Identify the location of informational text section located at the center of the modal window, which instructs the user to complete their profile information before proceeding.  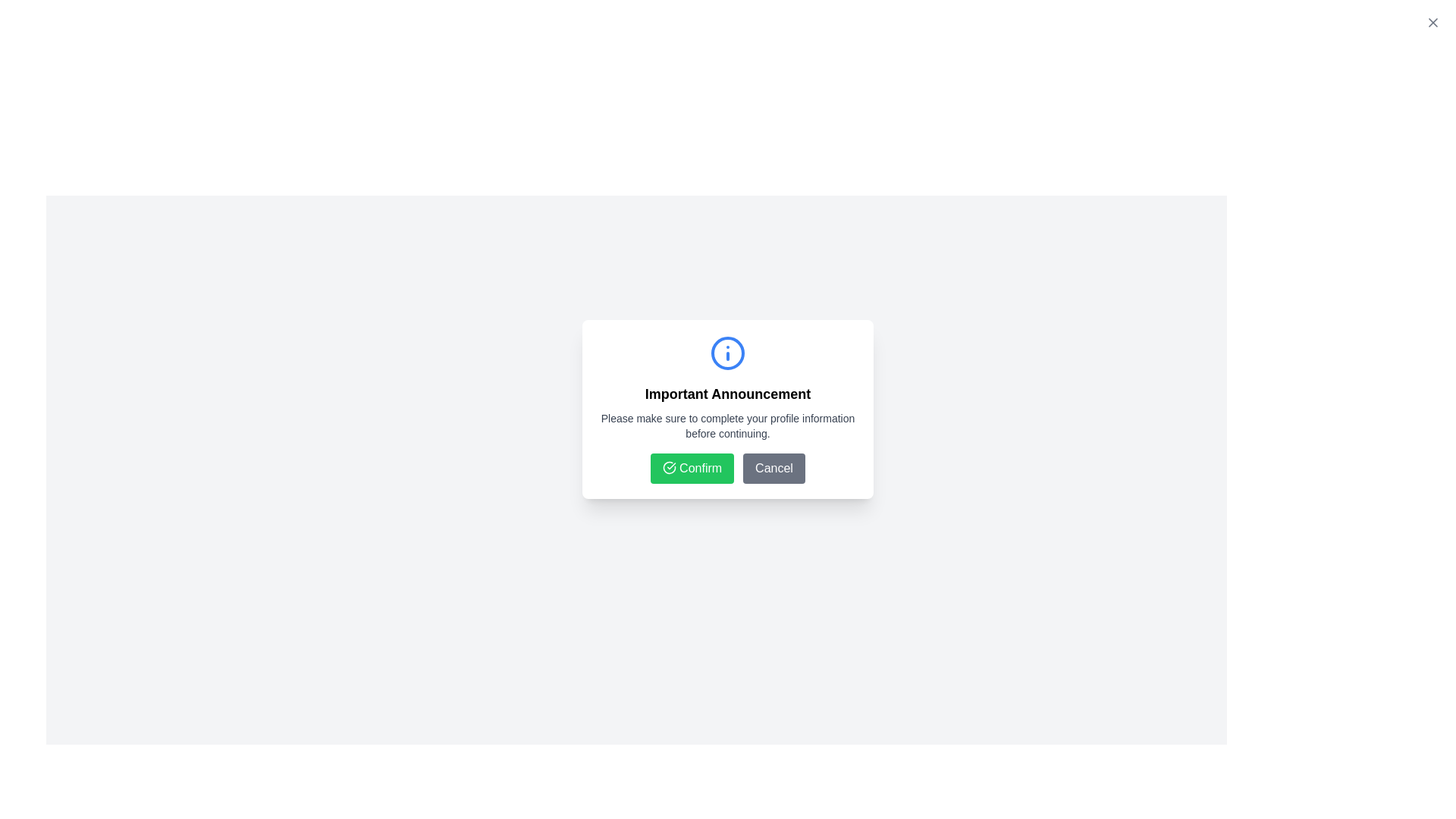
(728, 388).